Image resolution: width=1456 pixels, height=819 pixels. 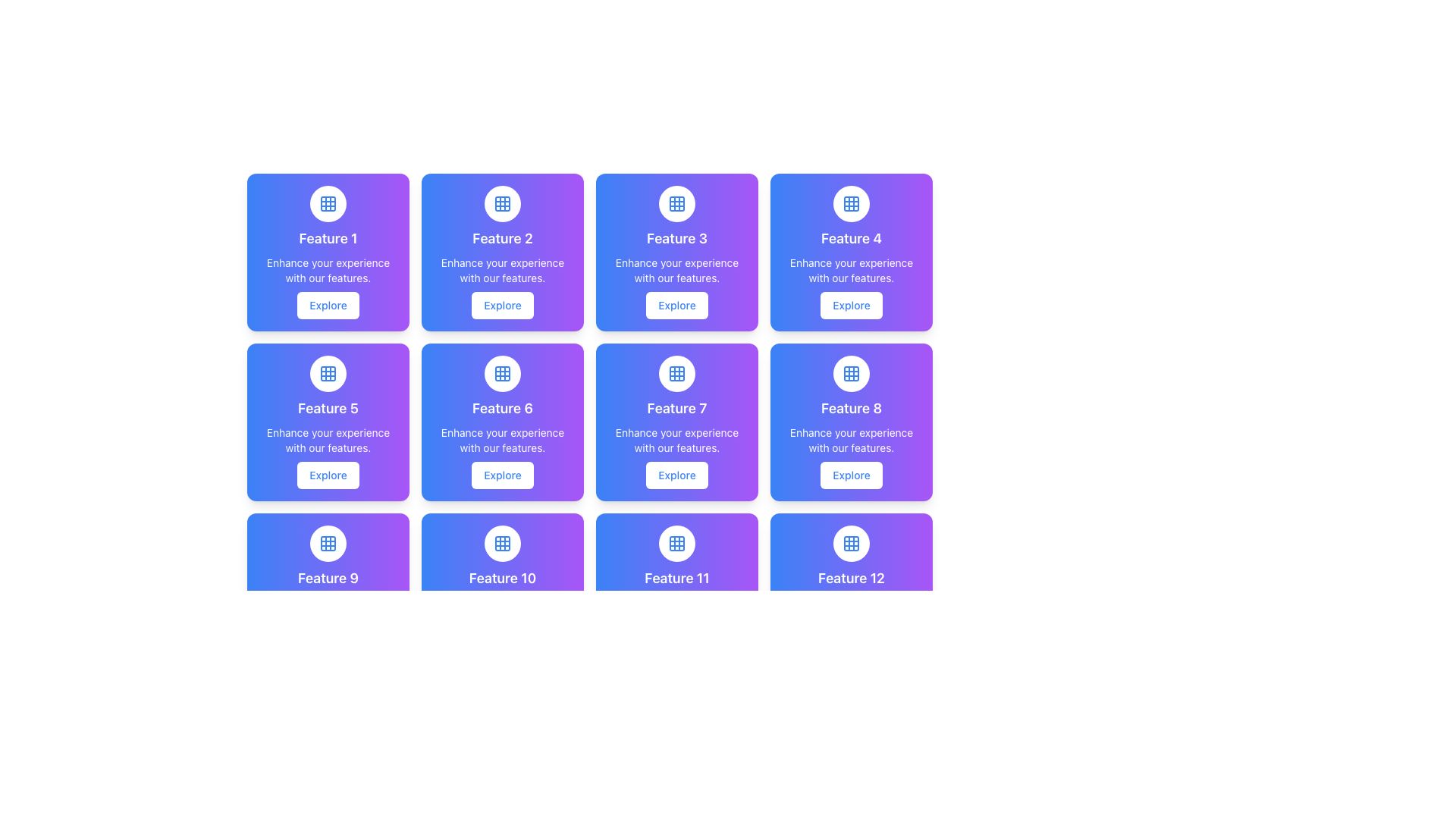 I want to click on the IconButton located in the 'Feature 11' card, positioned centrally above the 'Feature 11' title text, so click(x=676, y=543).